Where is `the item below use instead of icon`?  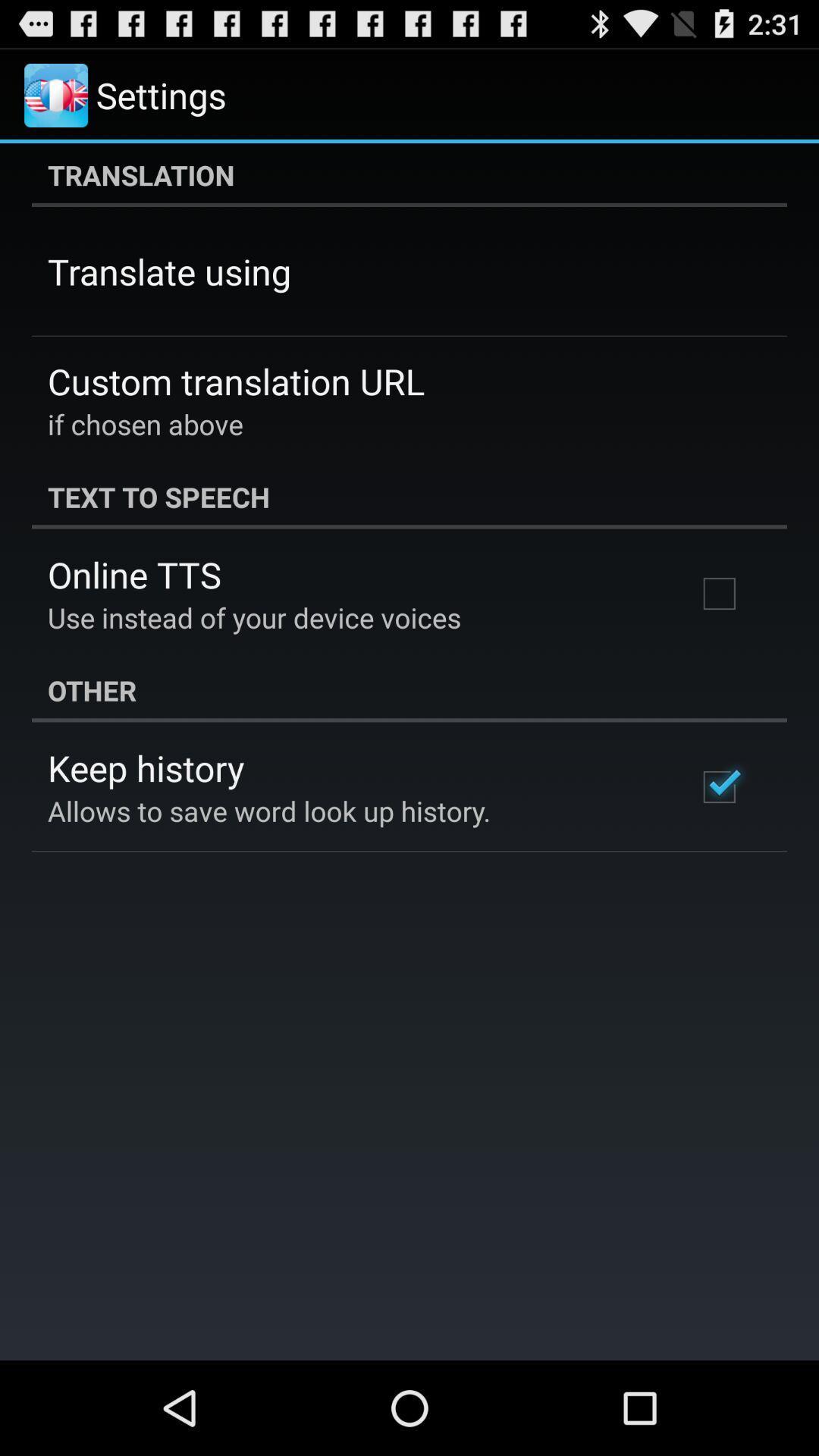 the item below use instead of icon is located at coordinates (409, 689).